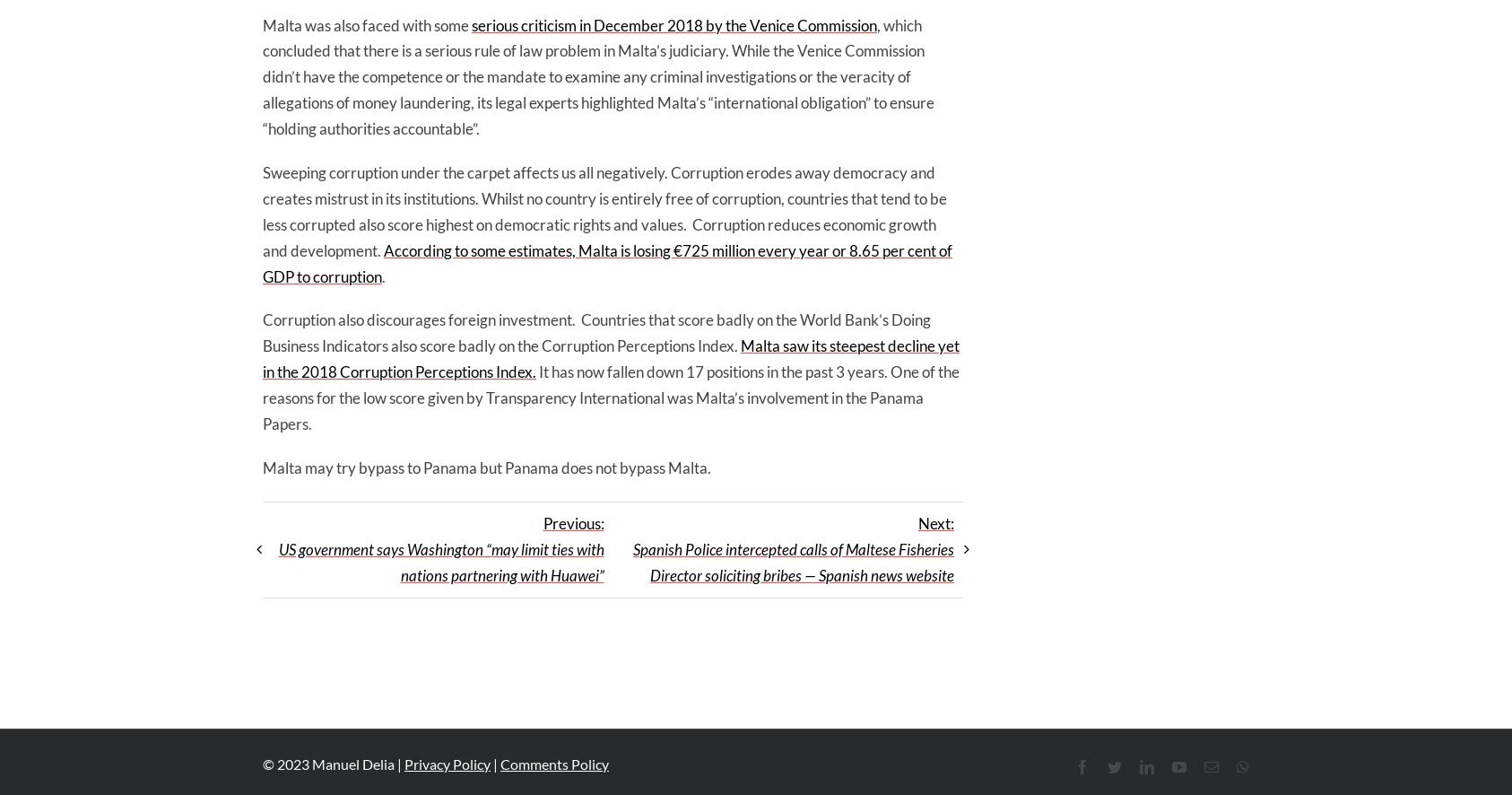  What do you see at coordinates (792, 561) in the screenshot?
I see `'Spanish Police intercepted calls of Maltese Fisheries Director soliciting bribes — Spanish news website'` at bounding box center [792, 561].